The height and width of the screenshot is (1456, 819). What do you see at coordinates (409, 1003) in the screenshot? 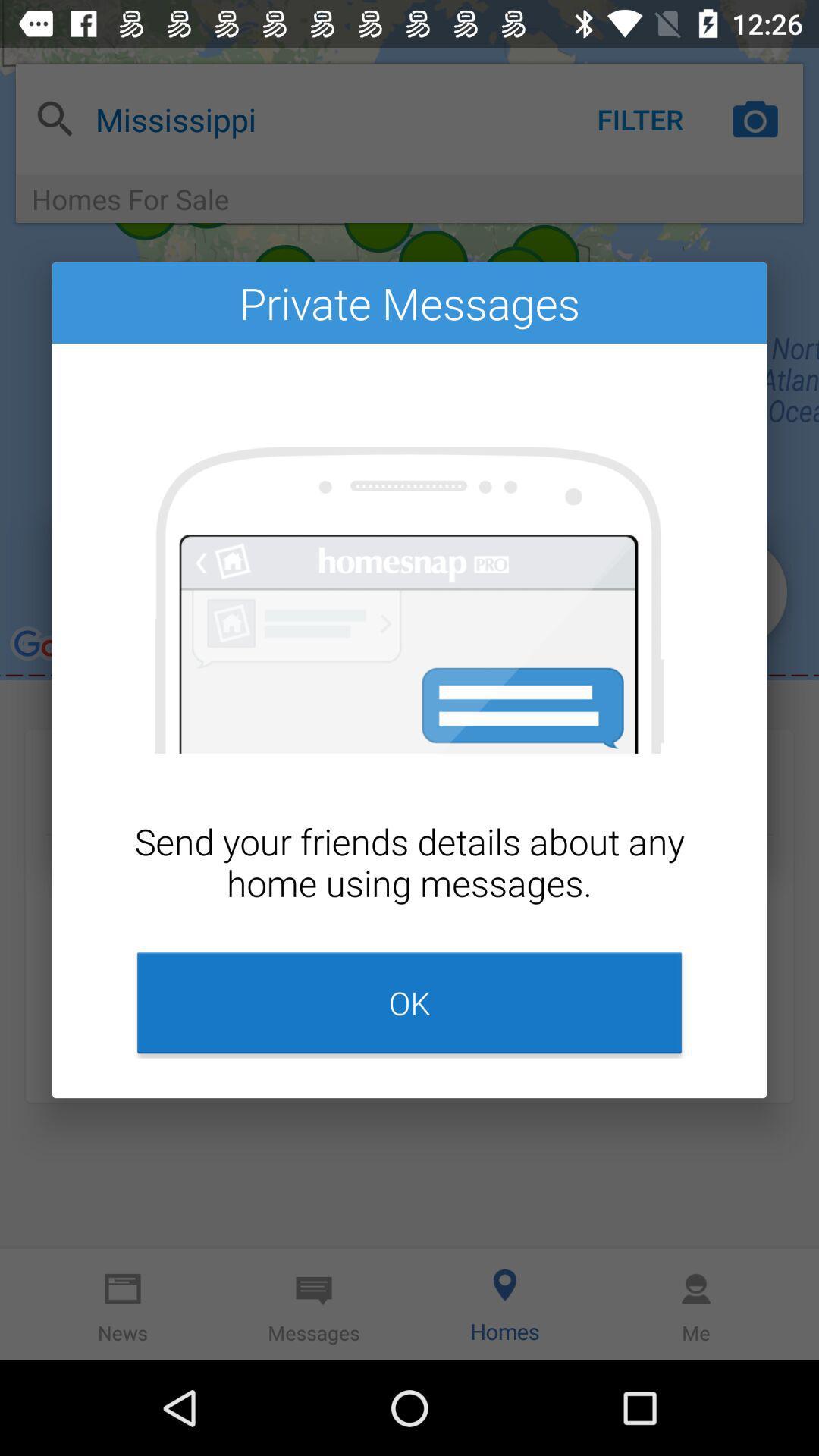
I see `icon below send your friends item` at bounding box center [409, 1003].